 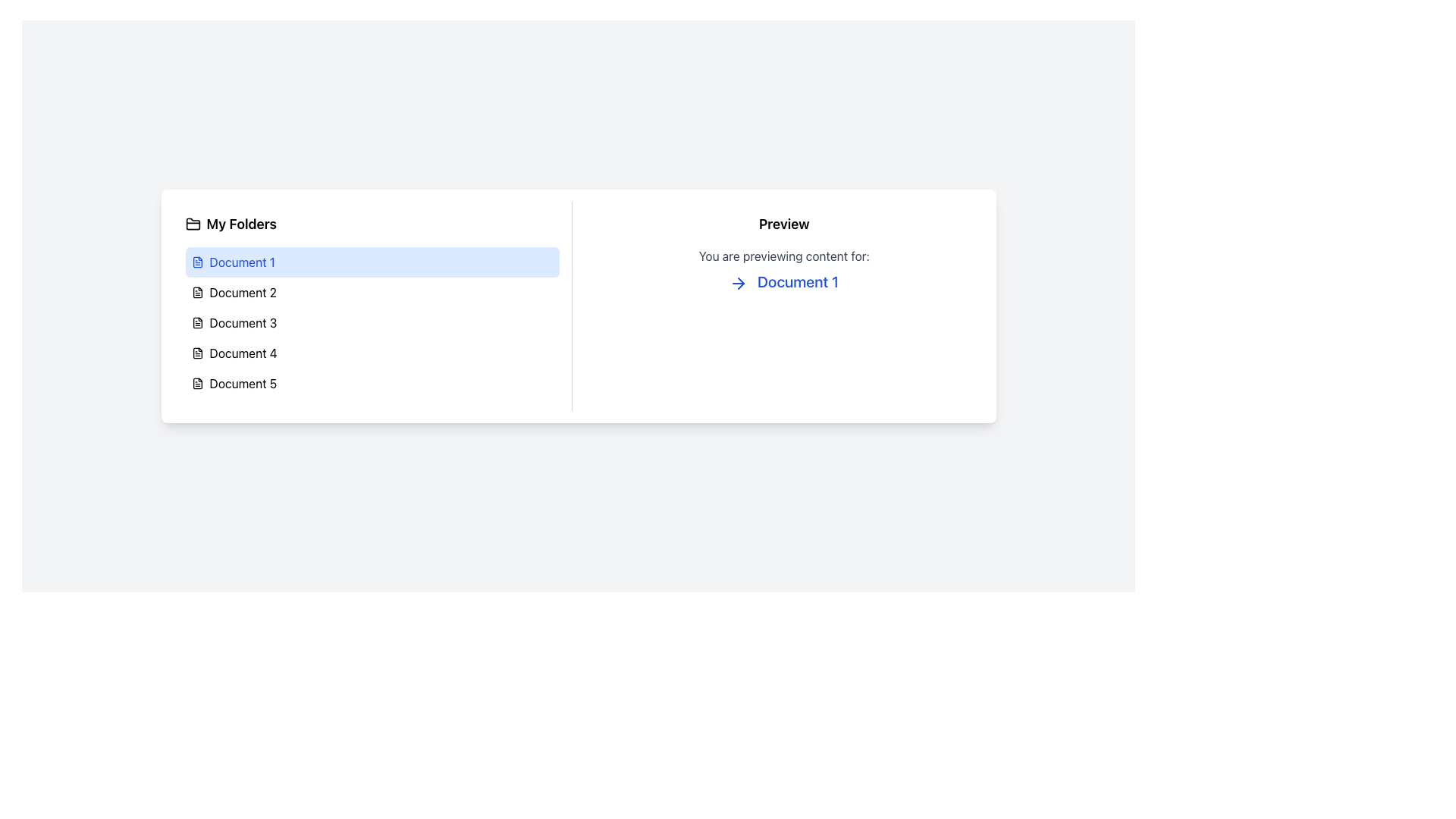 I want to click on the header text element located at the top-center of the section, which indicates the current focus or subject of the content beneath it, so click(x=784, y=224).